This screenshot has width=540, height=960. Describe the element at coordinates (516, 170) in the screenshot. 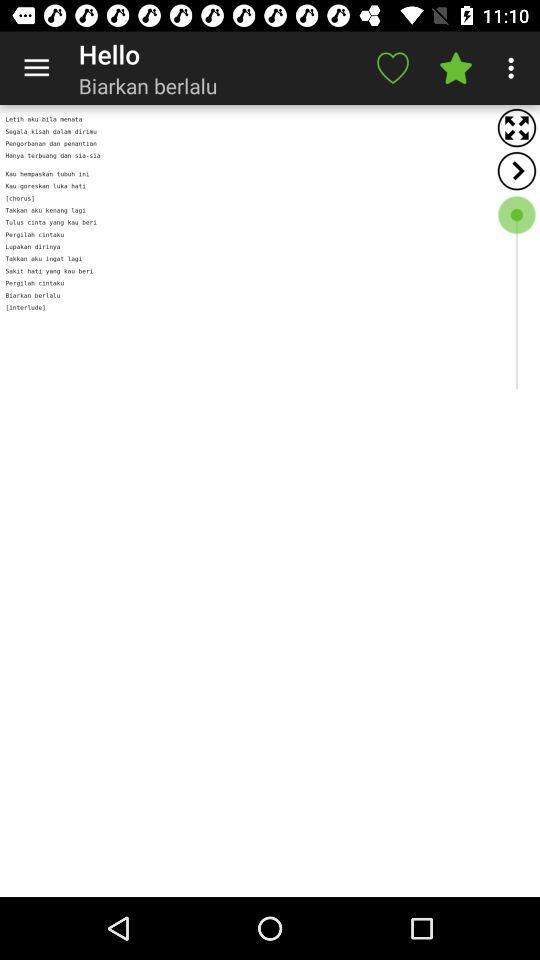

I see `the arrow_forward icon` at that location.